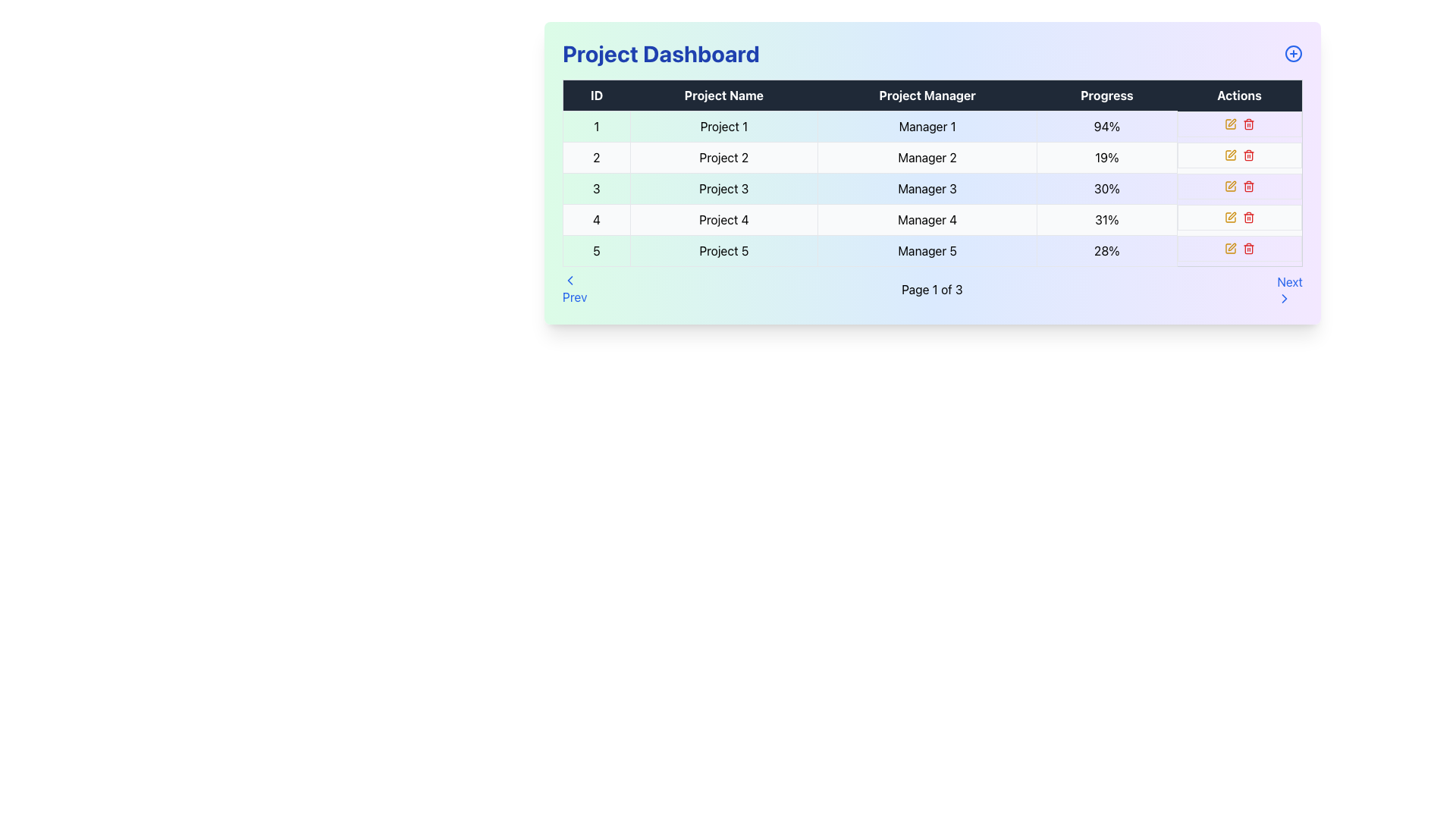  What do you see at coordinates (595, 250) in the screenshot?
I see `the static text element displaying the identifier of the fifth project in the 'Project Dashboard' interface by moving the cursor to its center` at bounding box center [595, 250].